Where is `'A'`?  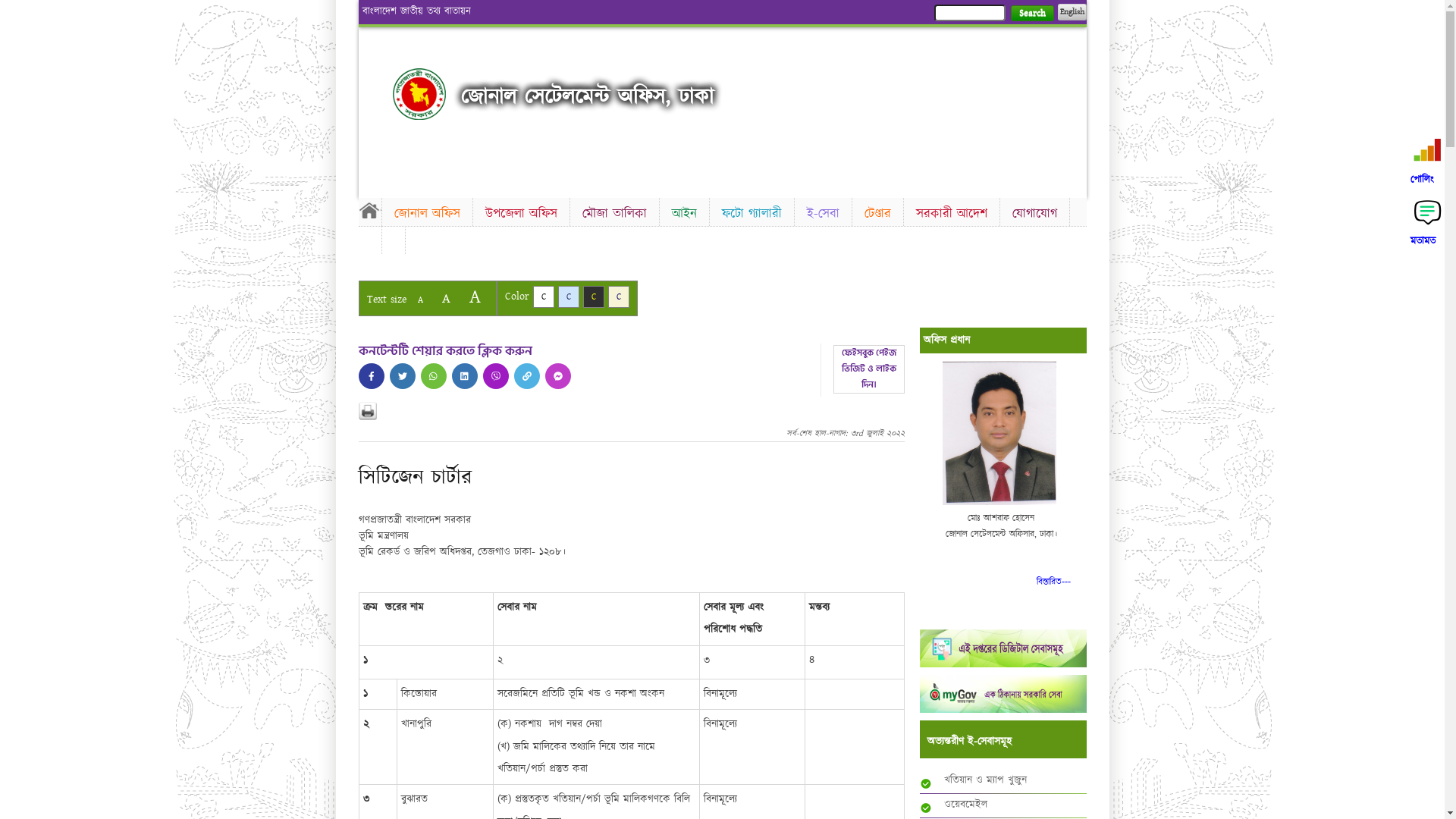 'A' is located at coordinates (419, 300).